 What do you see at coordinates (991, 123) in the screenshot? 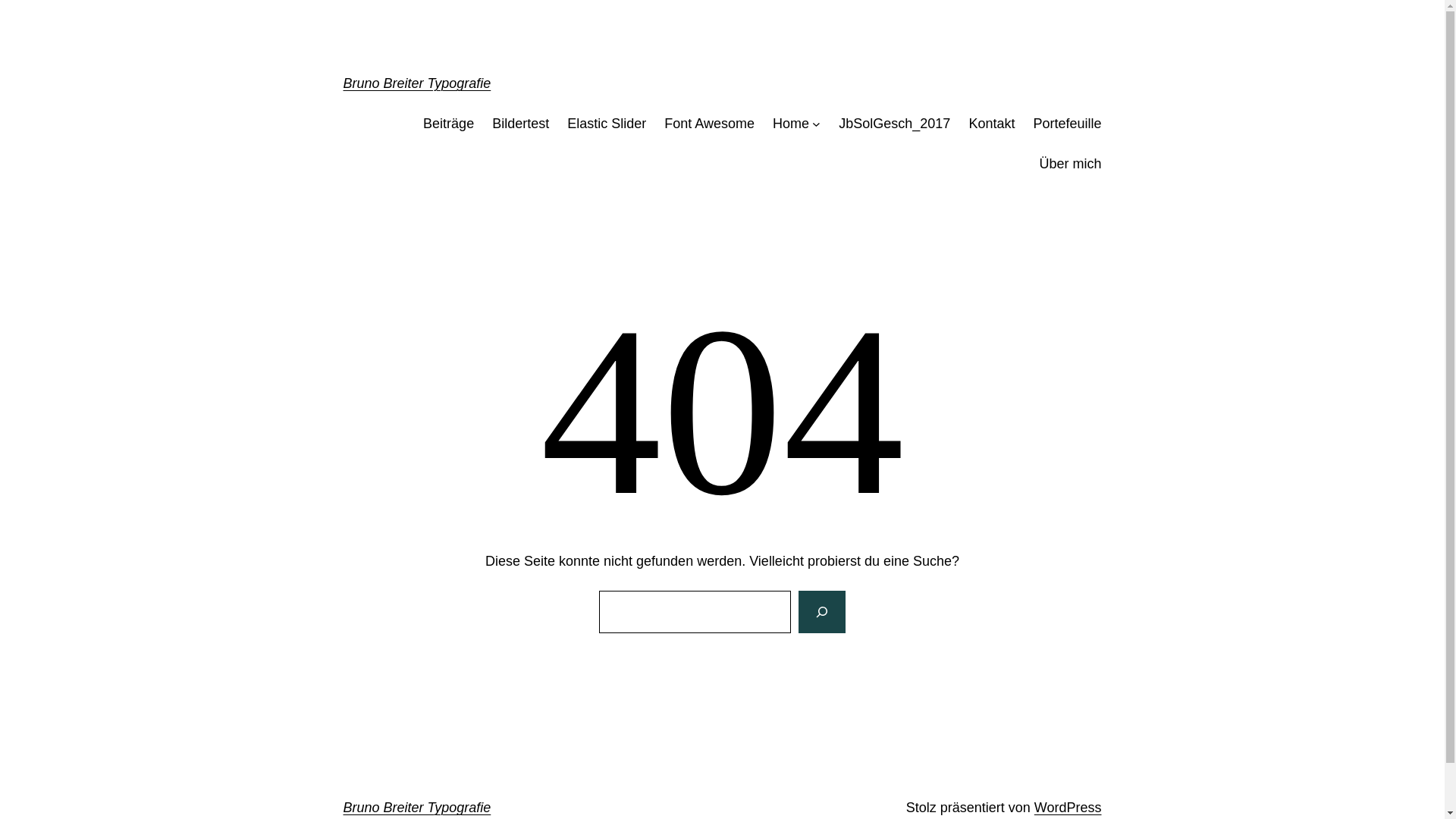
I see `'Kontakt'` at bounding box center [991, 123].